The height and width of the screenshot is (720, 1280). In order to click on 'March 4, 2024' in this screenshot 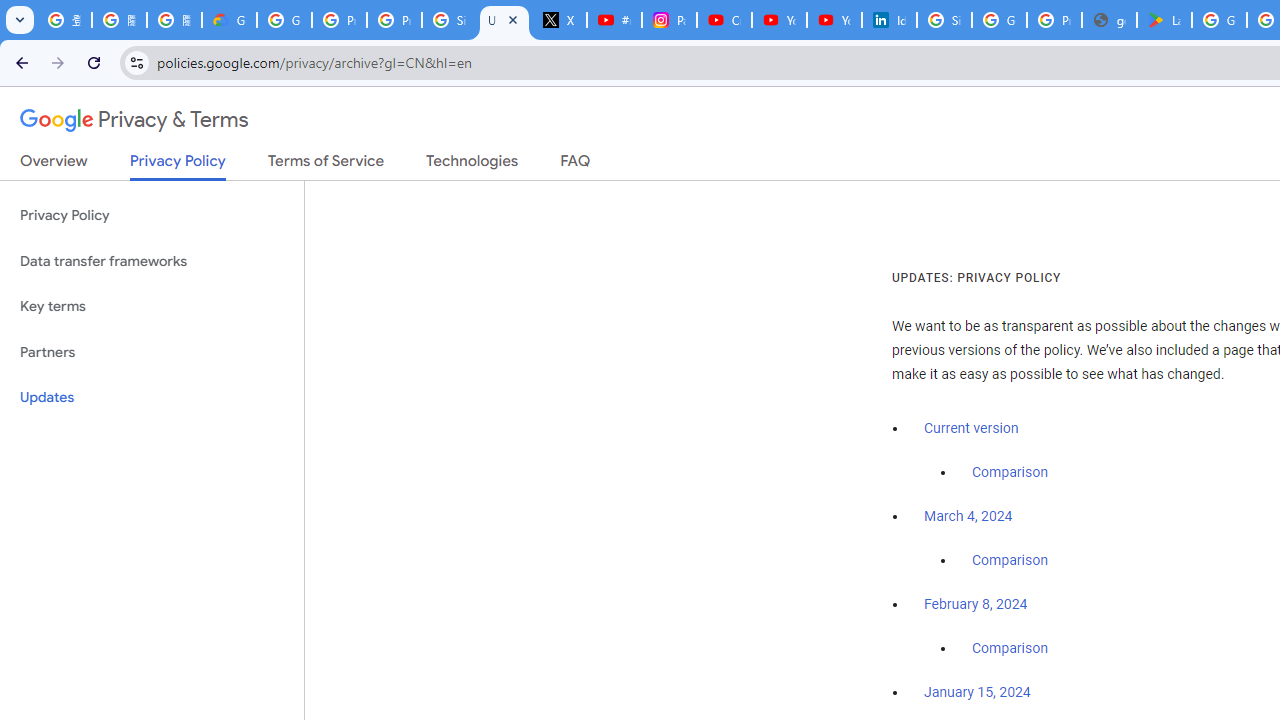, I will do `click(968, 516)`.